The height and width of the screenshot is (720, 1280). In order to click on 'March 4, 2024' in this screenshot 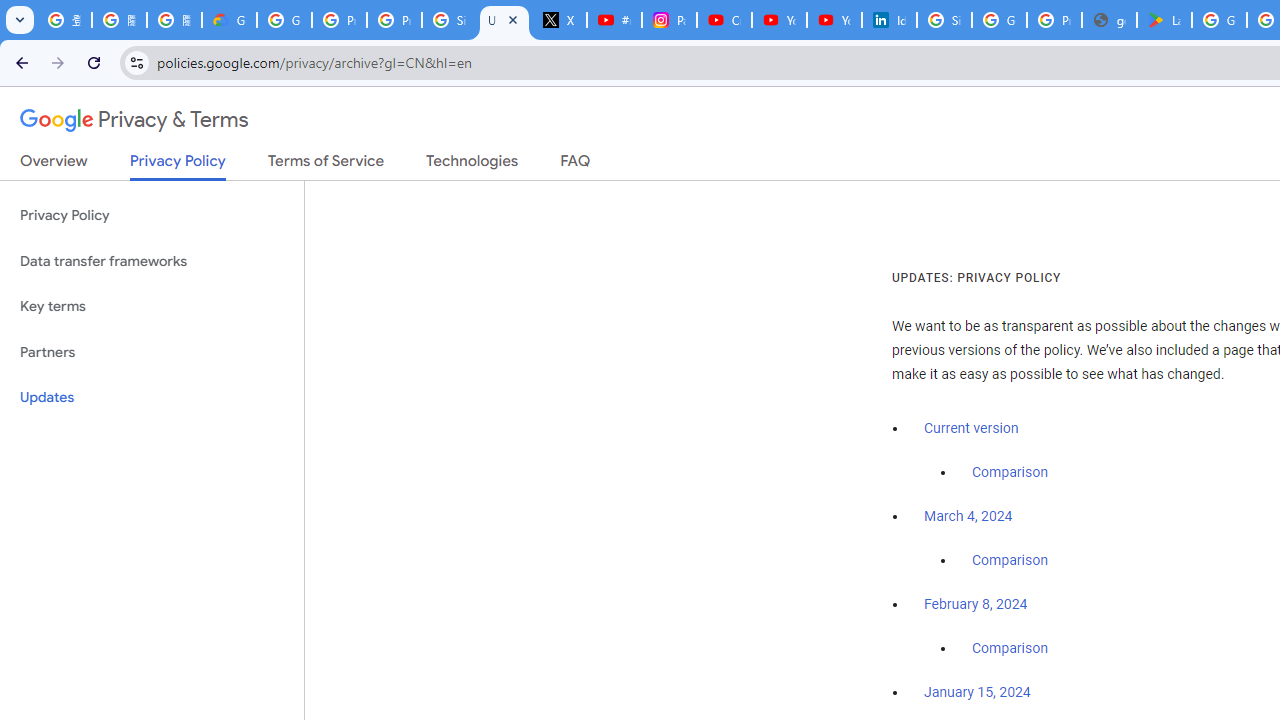, I will do `click(968, 516)`.